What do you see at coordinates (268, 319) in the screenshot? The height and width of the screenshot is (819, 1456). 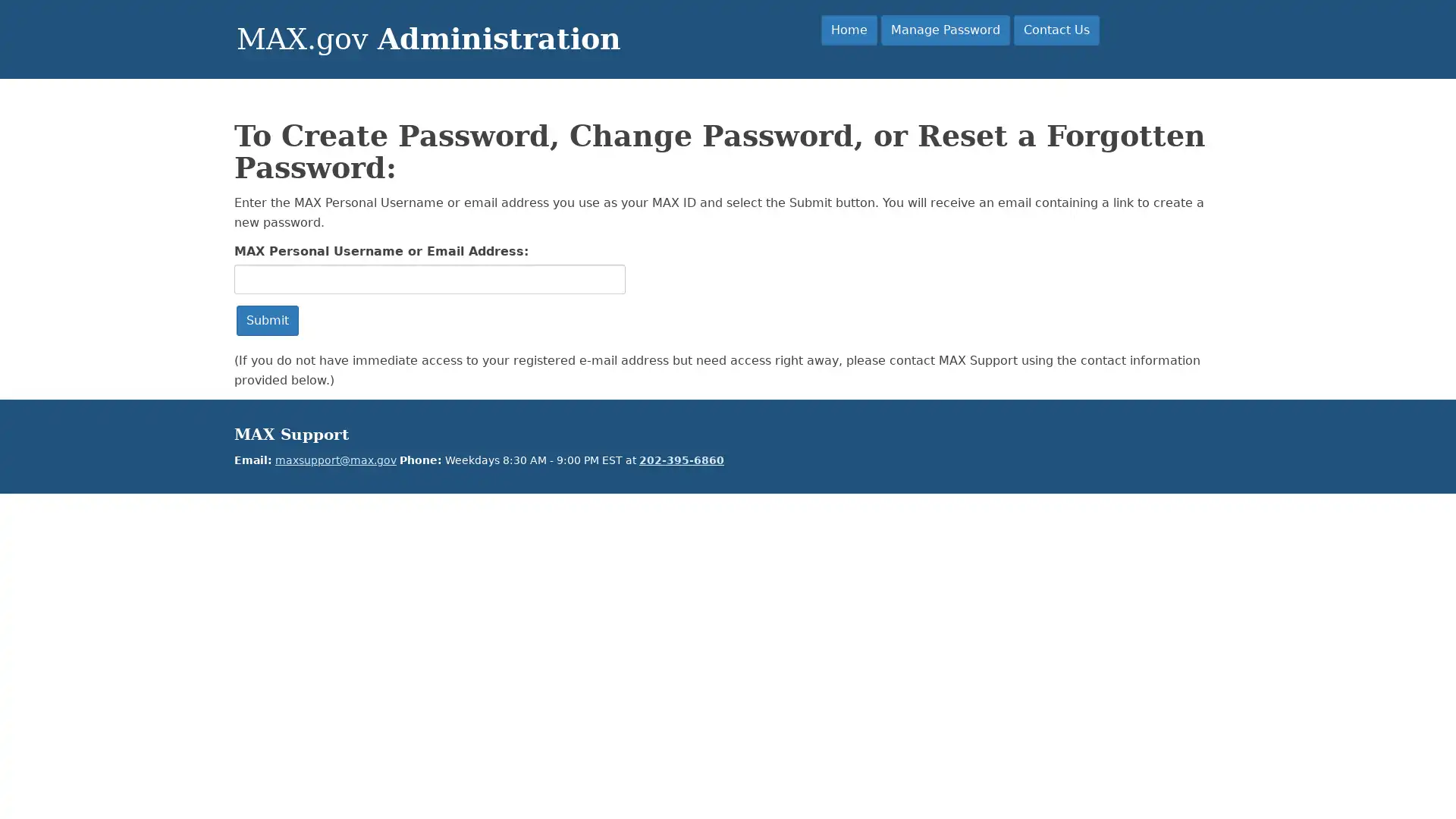 I see `Submit` at bounding box center [268, 319].